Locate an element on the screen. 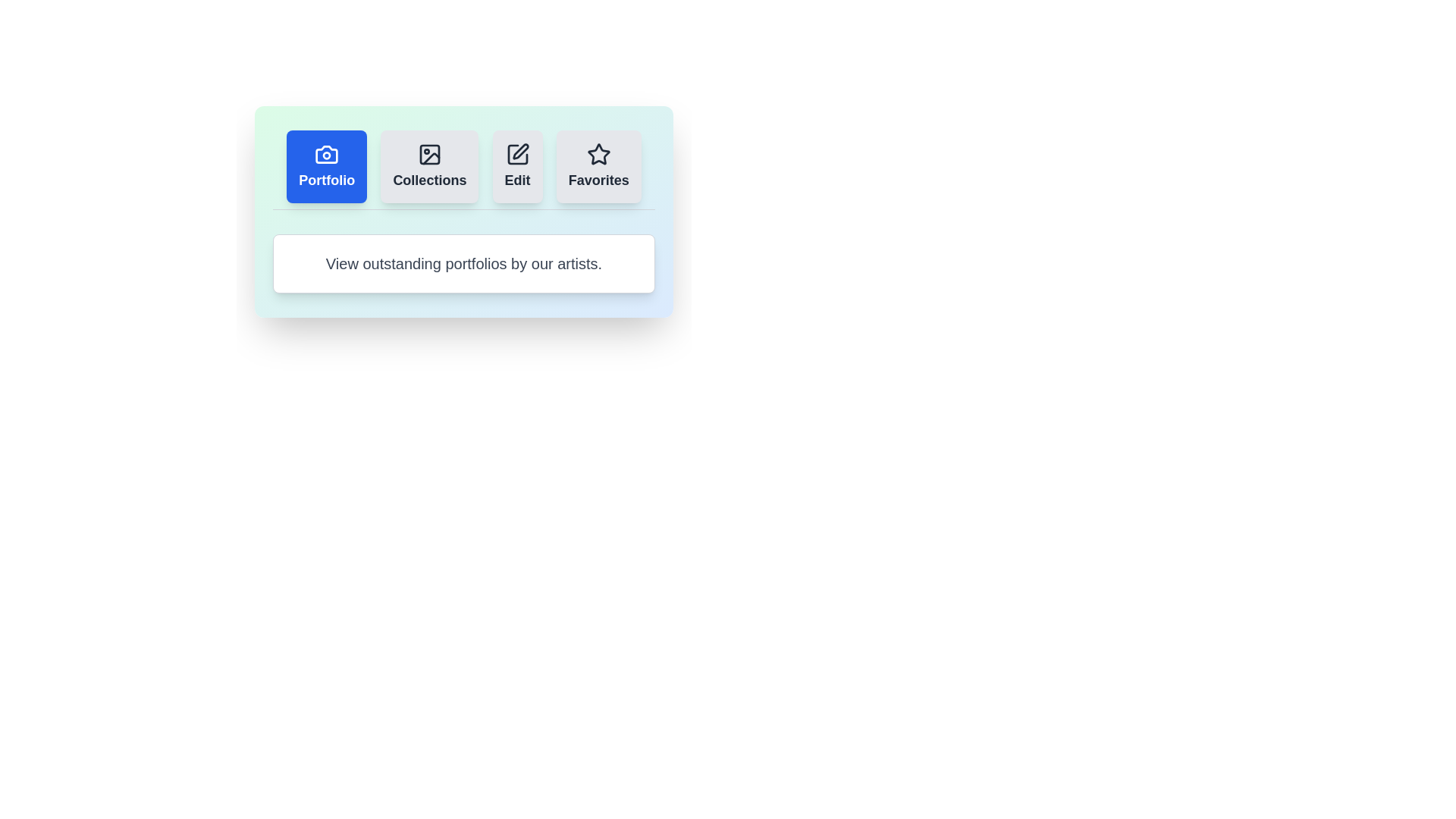 The width and height of the screenshot is (1456, 819). the tab labeled Favorites to observe its hover effect is located at coordinates (598, 166).